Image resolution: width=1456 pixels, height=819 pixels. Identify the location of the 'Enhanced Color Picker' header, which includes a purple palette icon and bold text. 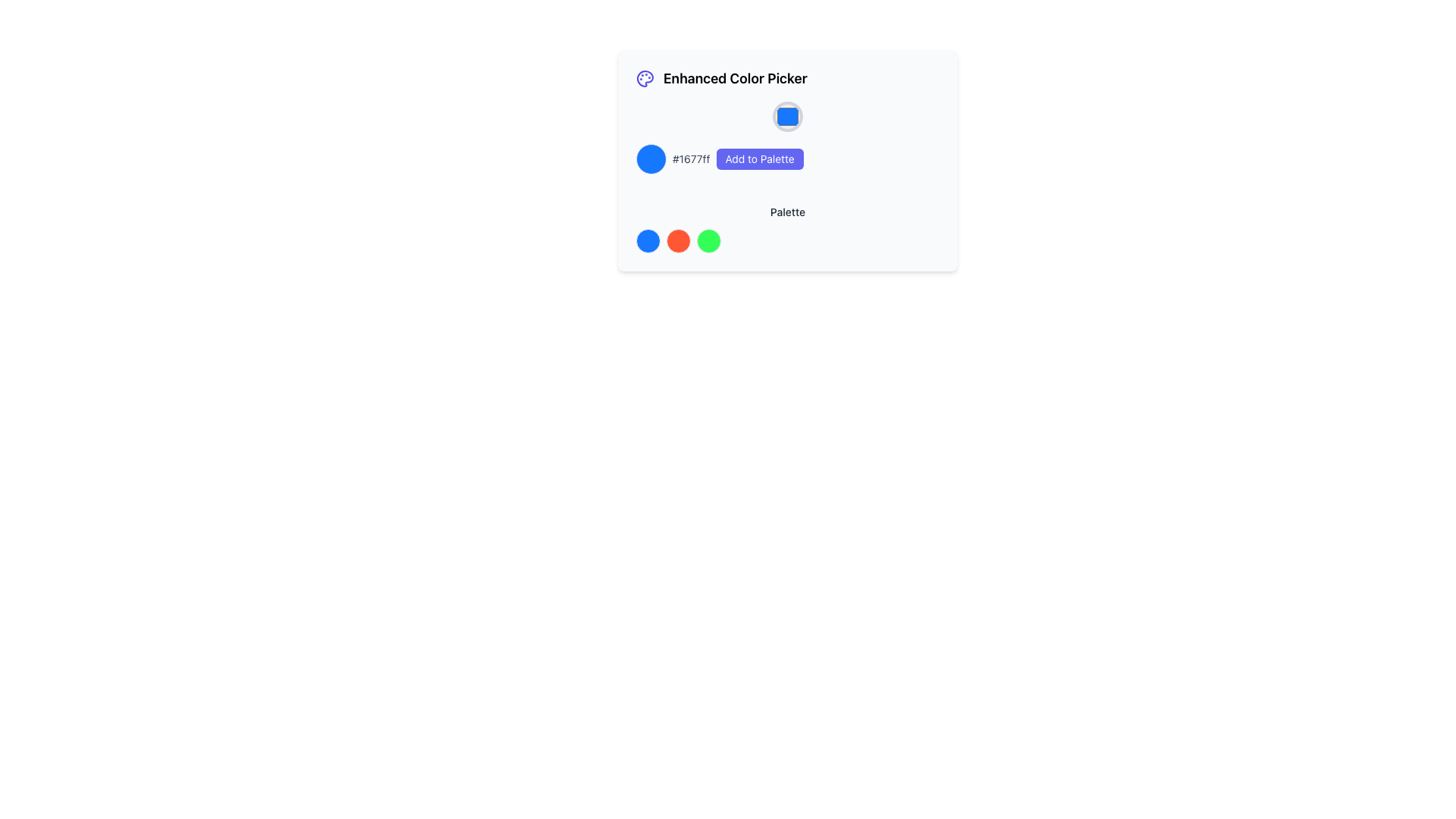
(787, 79).